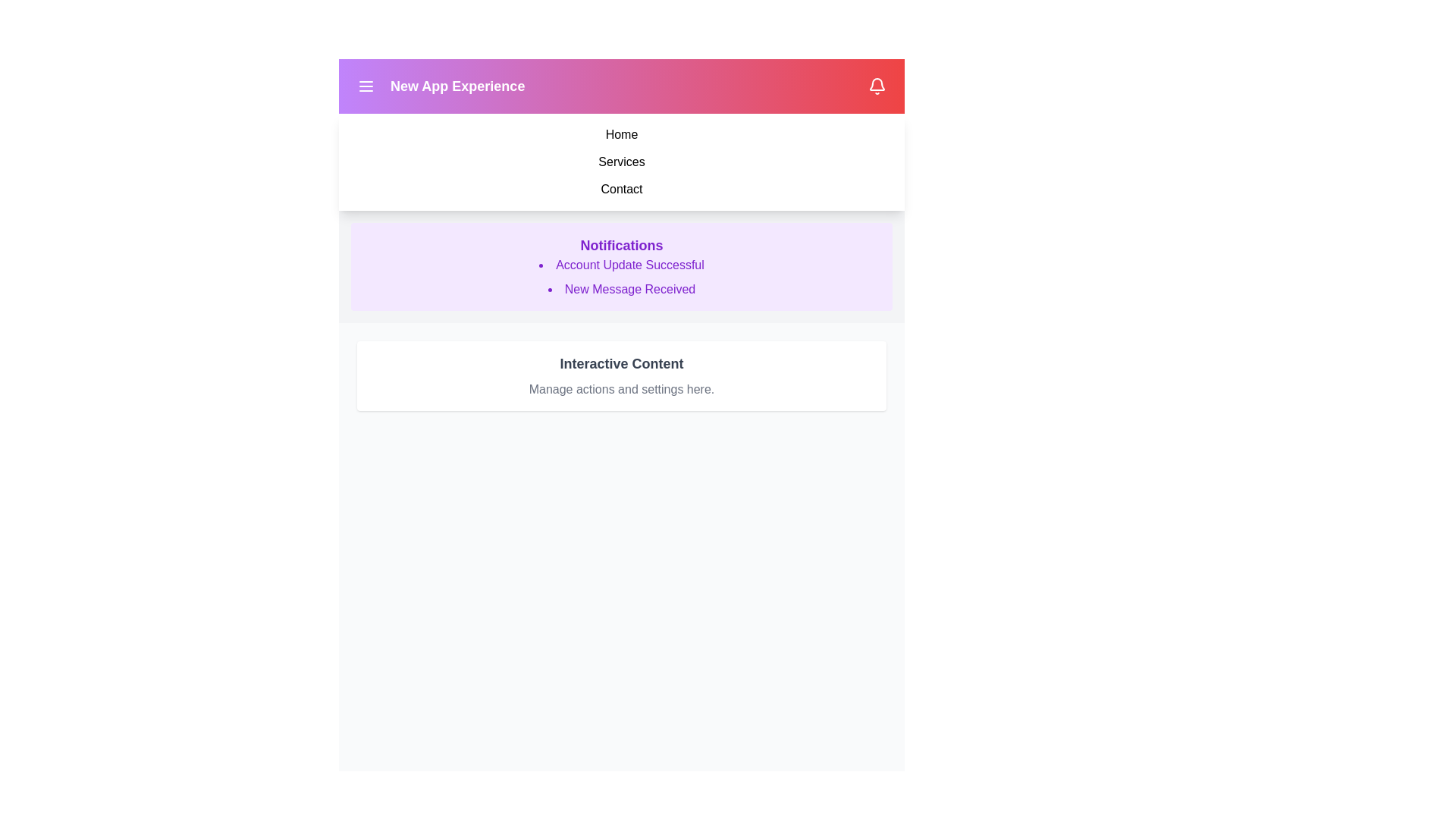  Describe the element at coordinates (622, 189) in the screenshot. I see `the menu item Contact from the navigation menu` at that location.